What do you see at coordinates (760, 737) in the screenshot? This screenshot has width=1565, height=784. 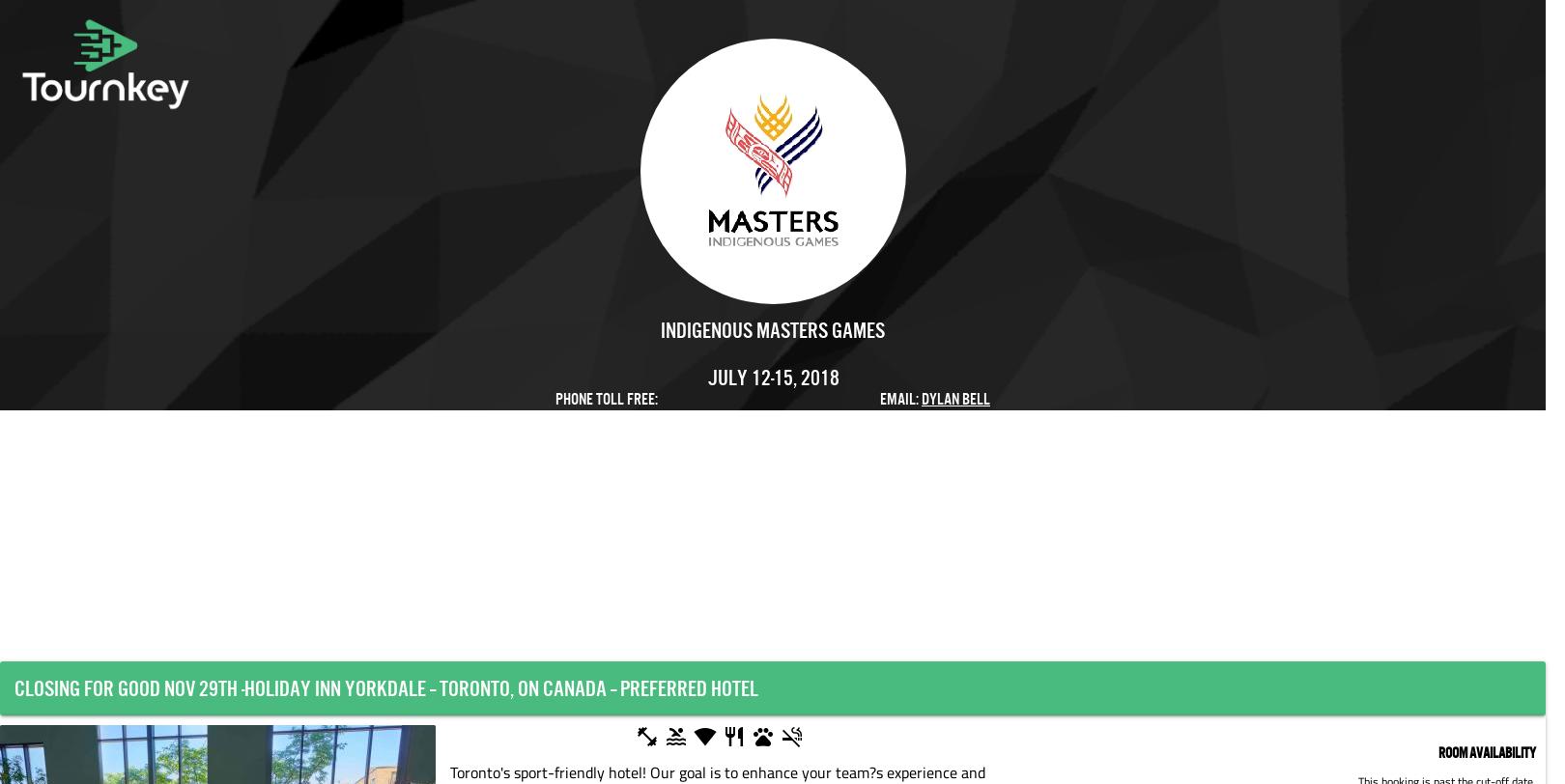 I see `'pets'` at bounding box center [760, 737].